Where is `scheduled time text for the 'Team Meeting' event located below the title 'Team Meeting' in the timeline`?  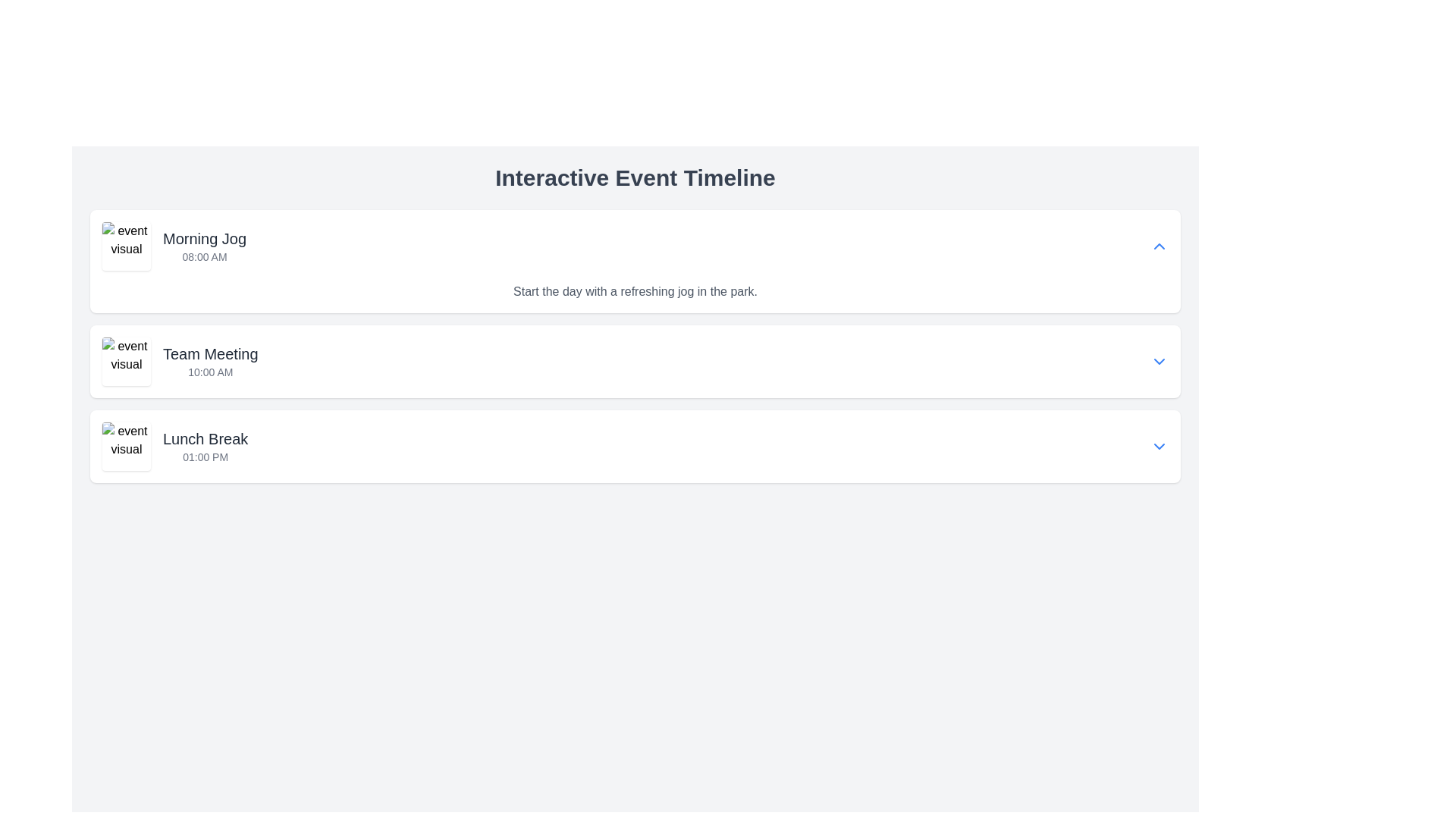 scheduled time text for the 'Team Meeting' event located below the title 'Team Meeting' in the timeline is located at coordinates (209, 372).